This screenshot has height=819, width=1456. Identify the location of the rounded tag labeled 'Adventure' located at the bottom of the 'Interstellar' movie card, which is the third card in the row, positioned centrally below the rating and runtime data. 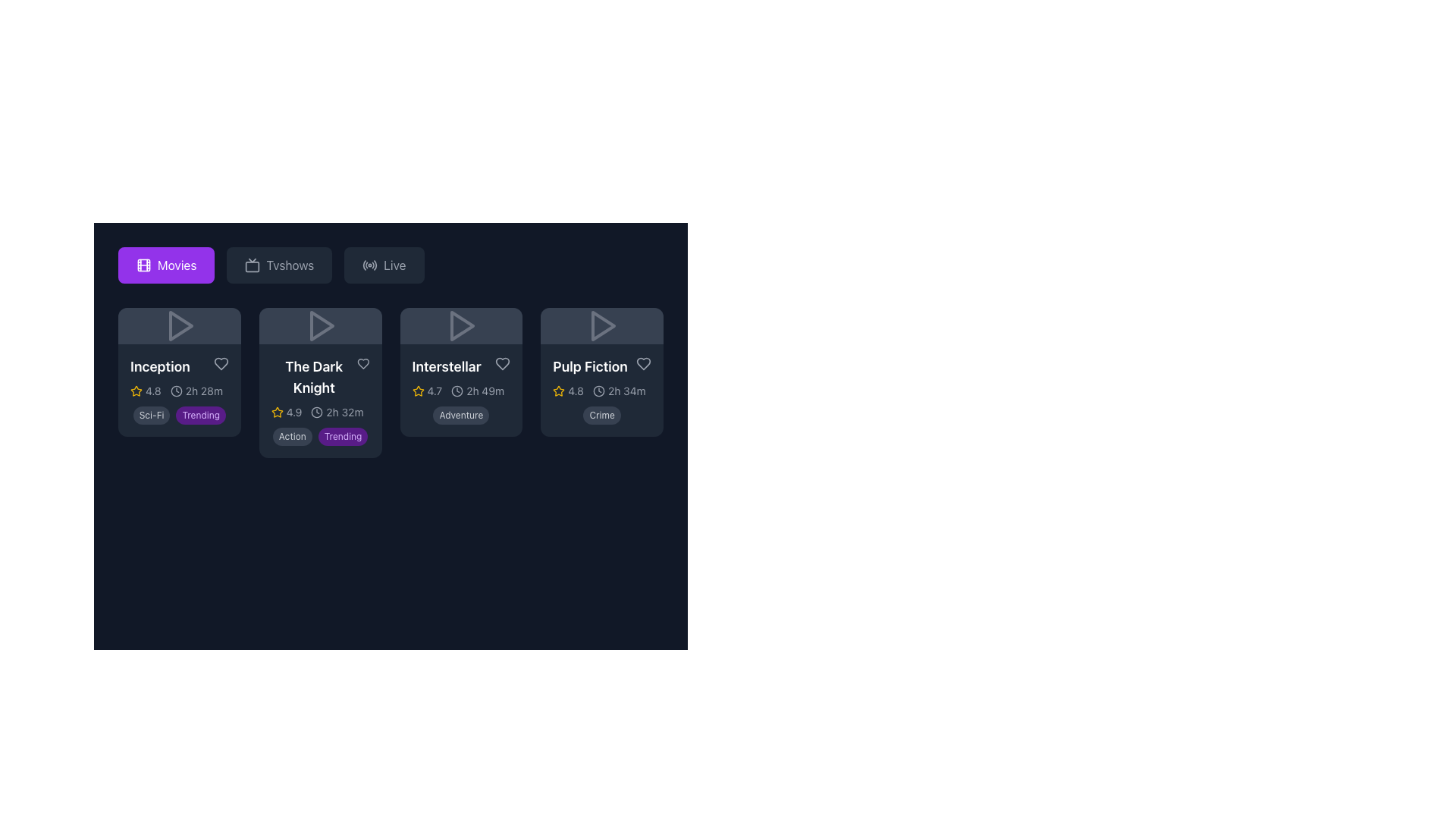
(460, 415).